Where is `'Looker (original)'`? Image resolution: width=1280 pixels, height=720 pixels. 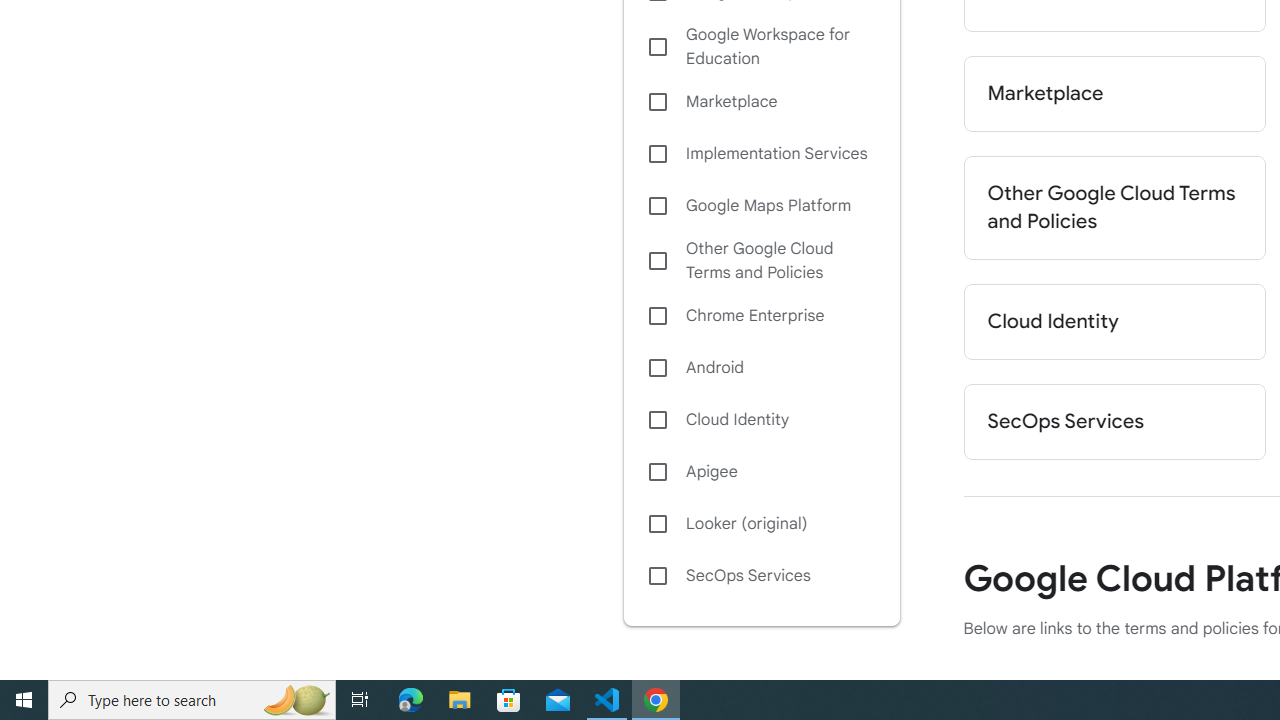 'Looker (original)' is located at coordinates (760, 523).